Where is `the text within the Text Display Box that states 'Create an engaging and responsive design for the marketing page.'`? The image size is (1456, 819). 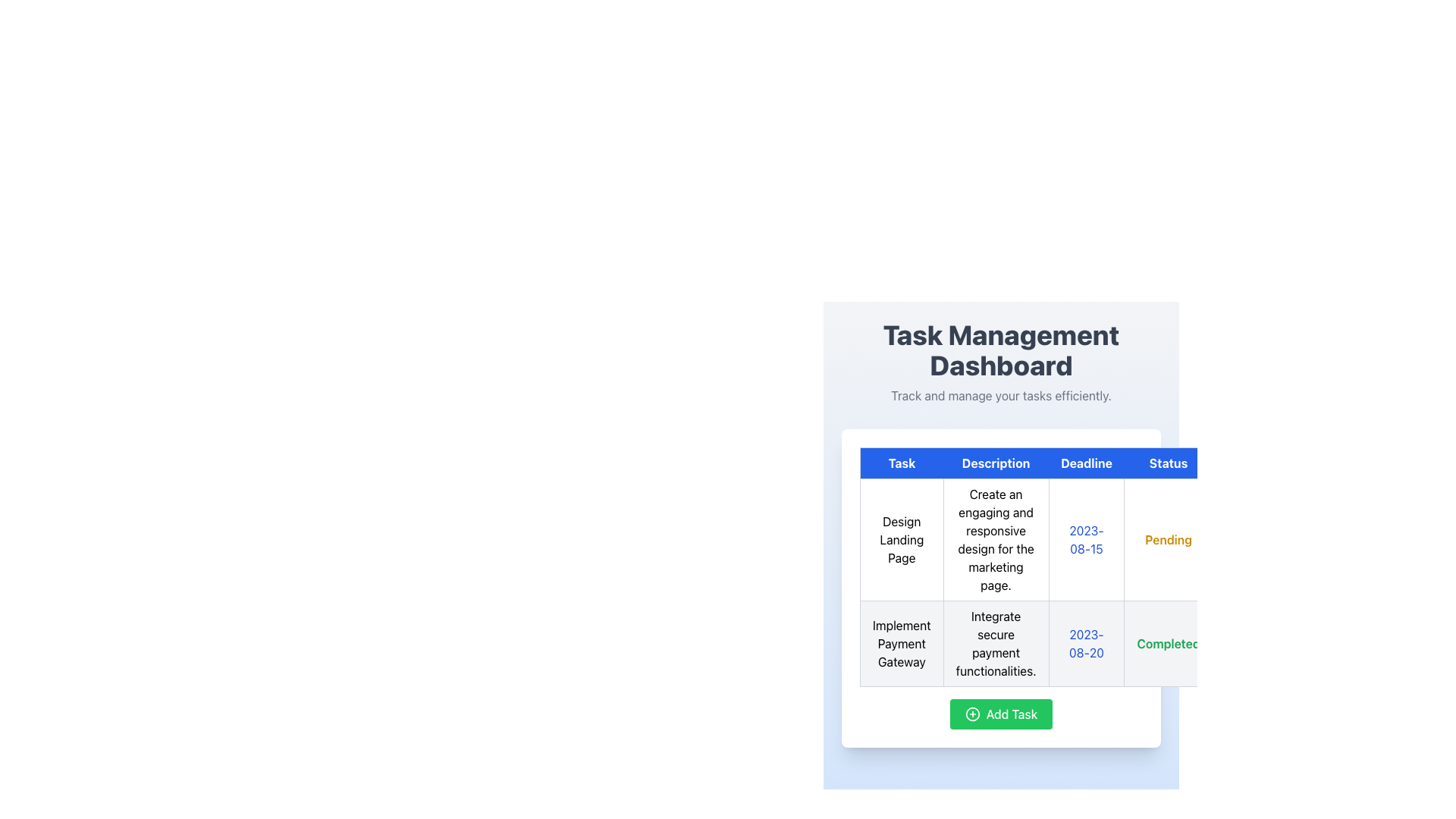 the text within the Text Display Box that states 'Create an engaging and responsive design for the marketing page.' is located at coordinates (996, 539).